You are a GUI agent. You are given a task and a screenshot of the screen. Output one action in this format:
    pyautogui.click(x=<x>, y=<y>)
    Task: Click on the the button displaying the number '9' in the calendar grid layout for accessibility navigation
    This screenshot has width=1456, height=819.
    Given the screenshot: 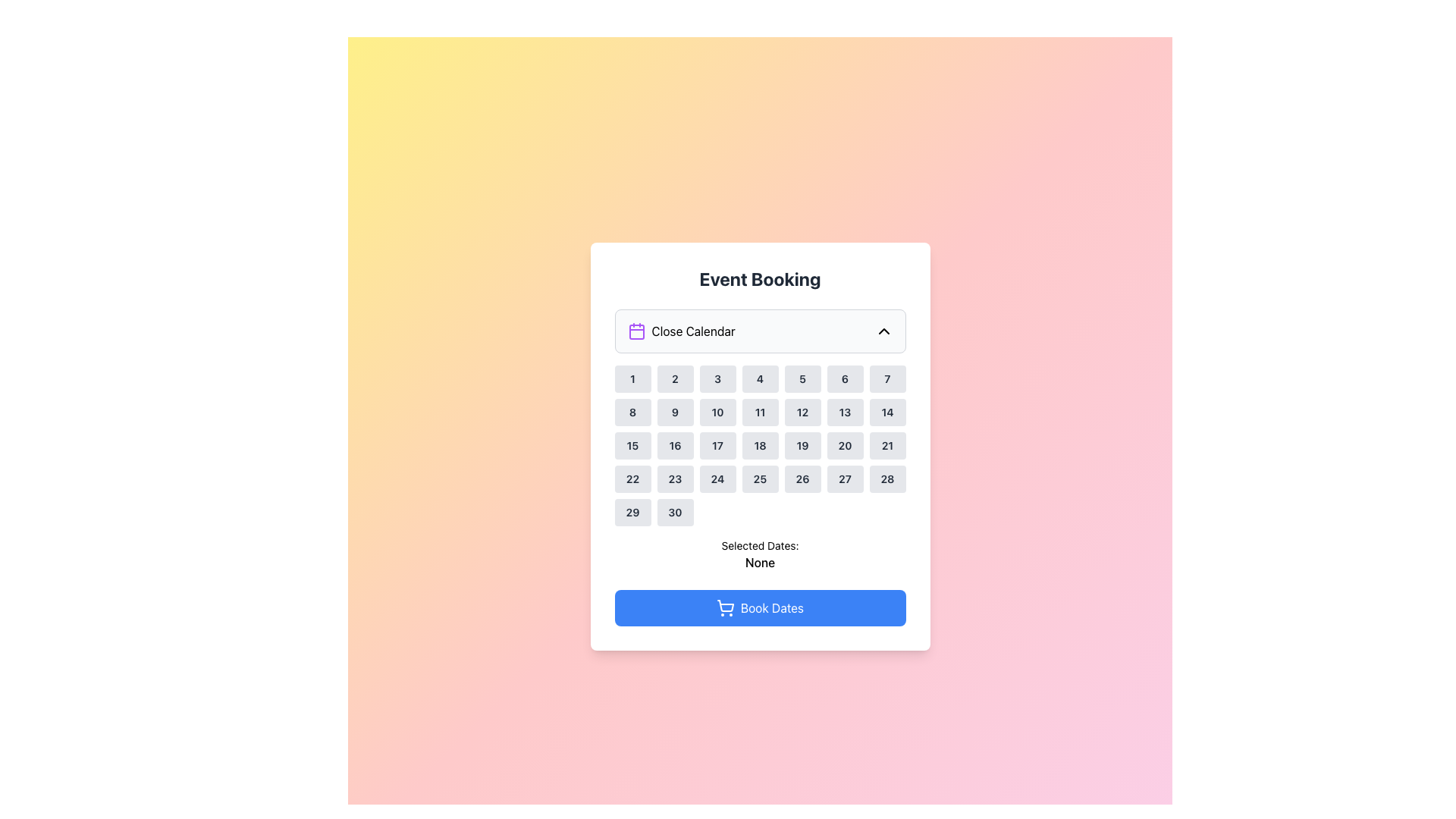 What is the action you would take?
    pyautogui.click(x=674, y=412)
    